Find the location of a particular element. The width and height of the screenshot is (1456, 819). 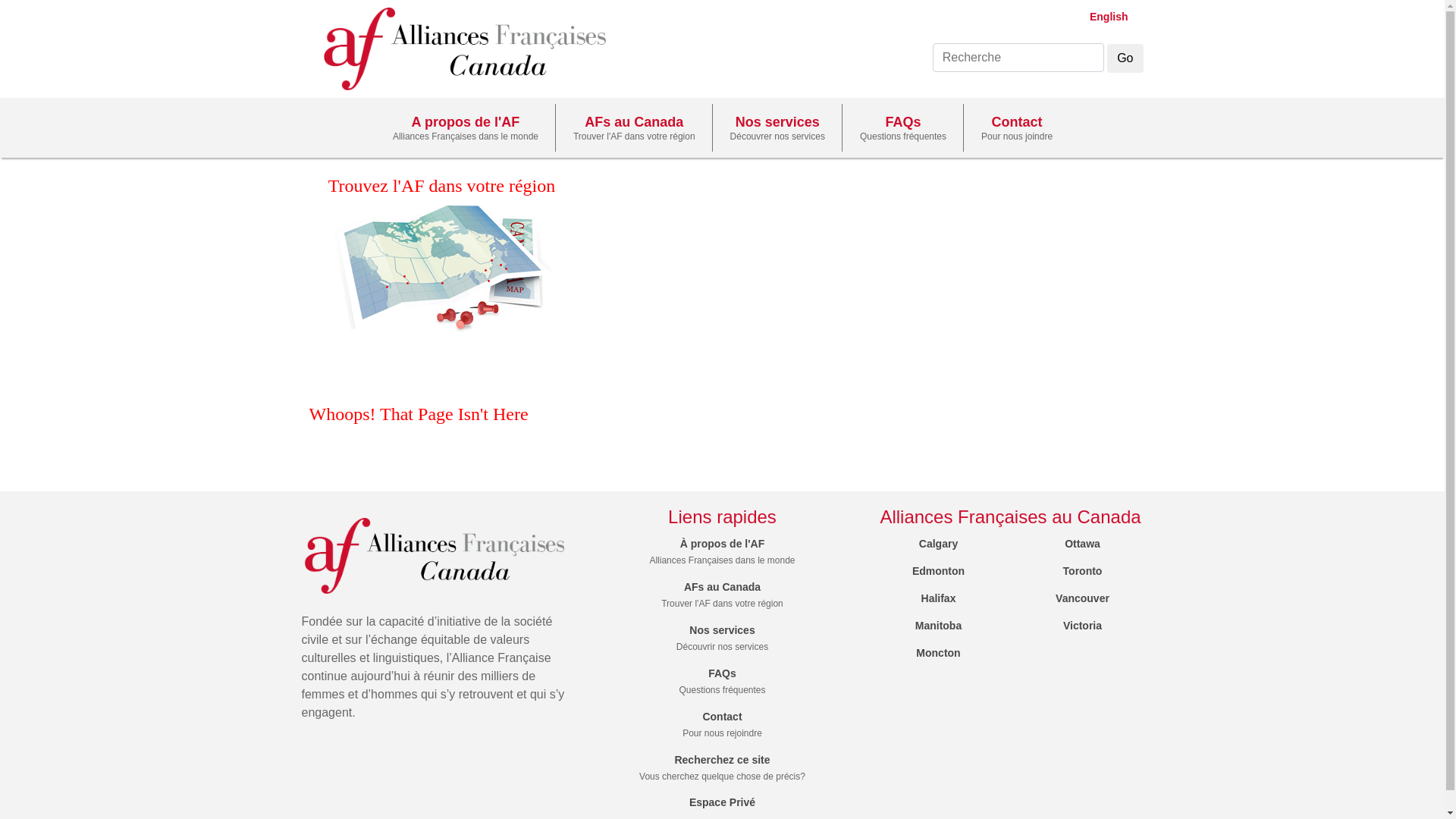

'Vancouver' is located at coordinates (1081, 598).